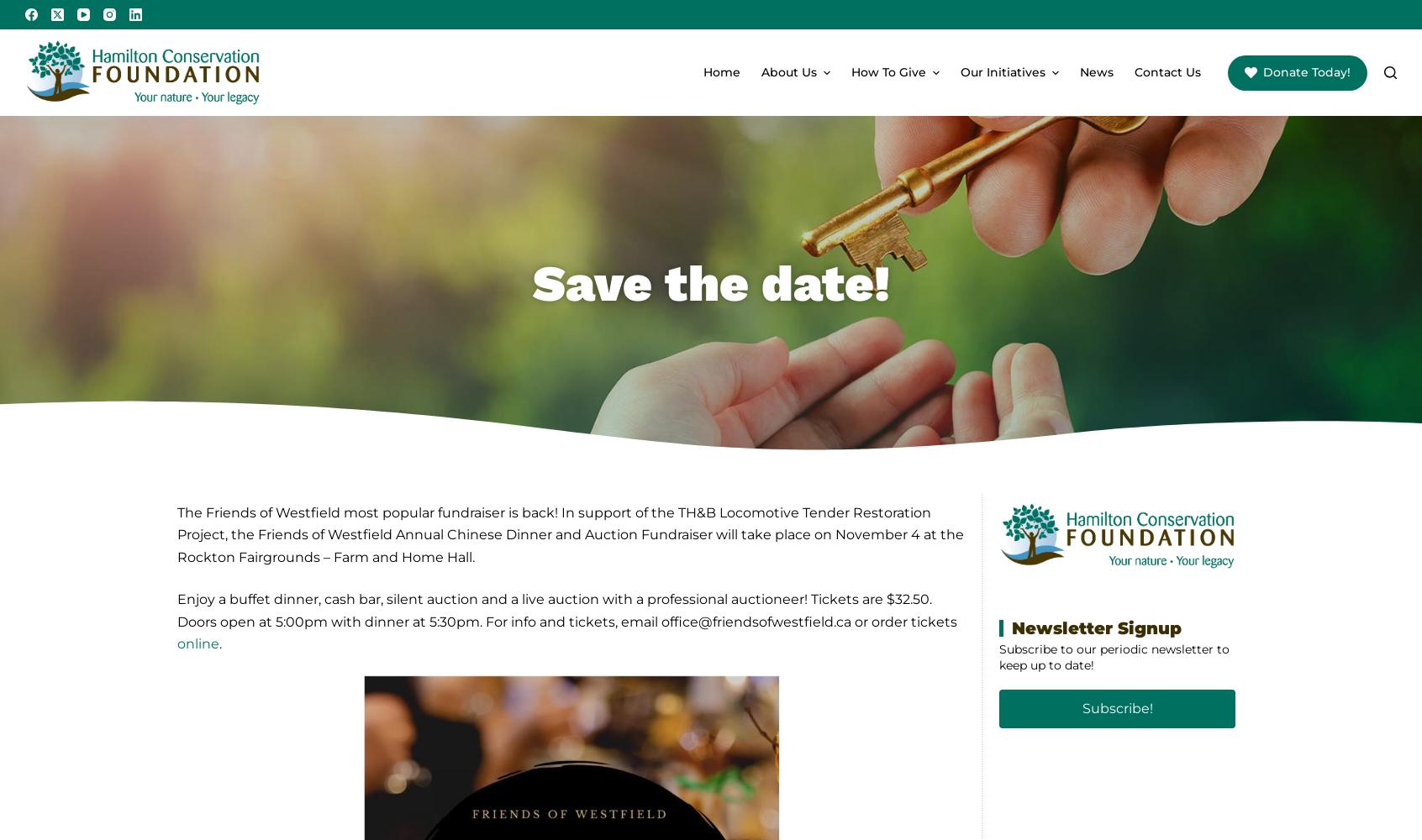 The image size is (1422, 840). I want to click on 'Home', so click(721, 71).